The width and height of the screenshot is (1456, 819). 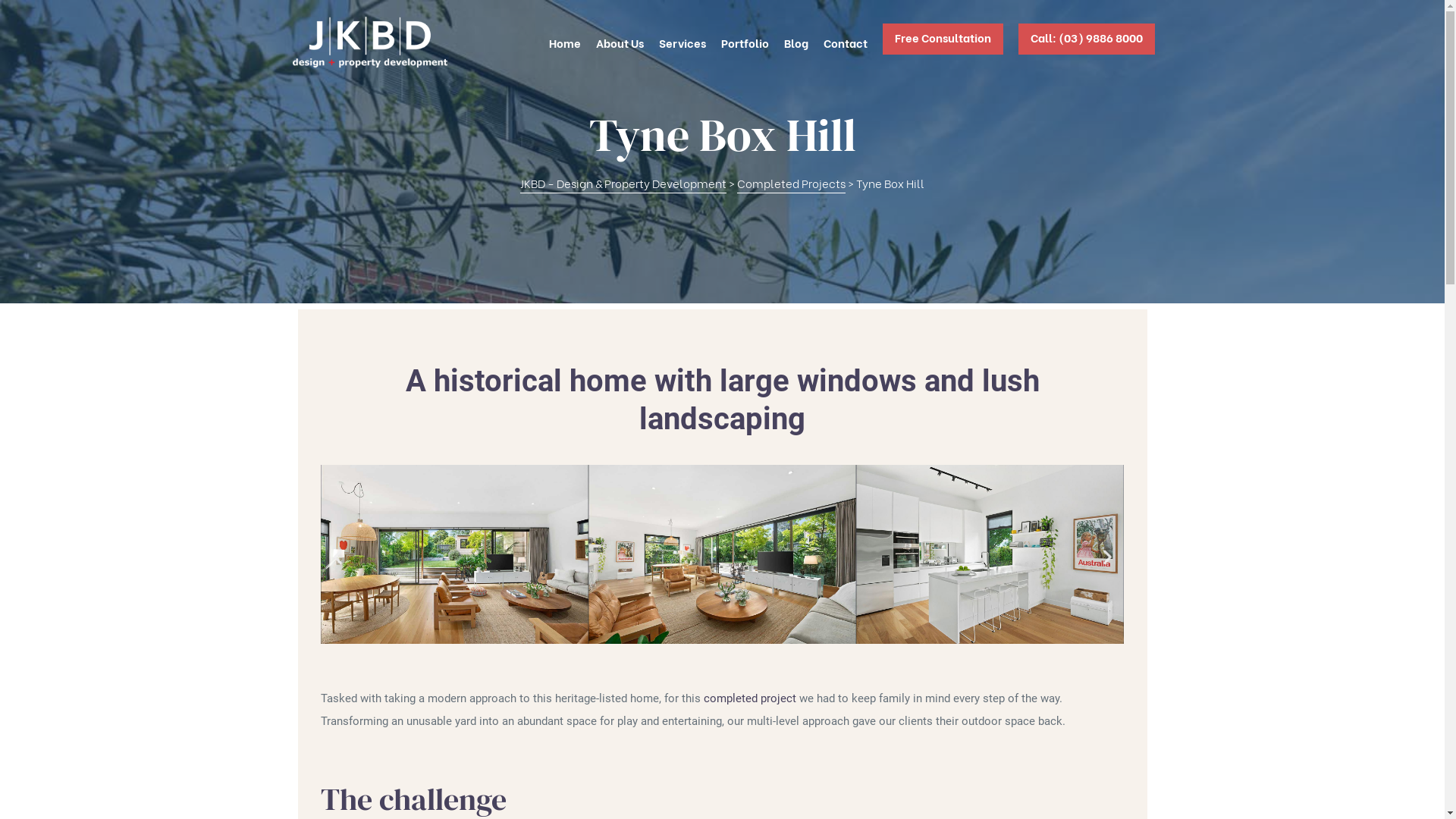 What do you see at coordinates (620, 42) in the screenshot?
I see `'About Us'` at bounding box center [620, 42].